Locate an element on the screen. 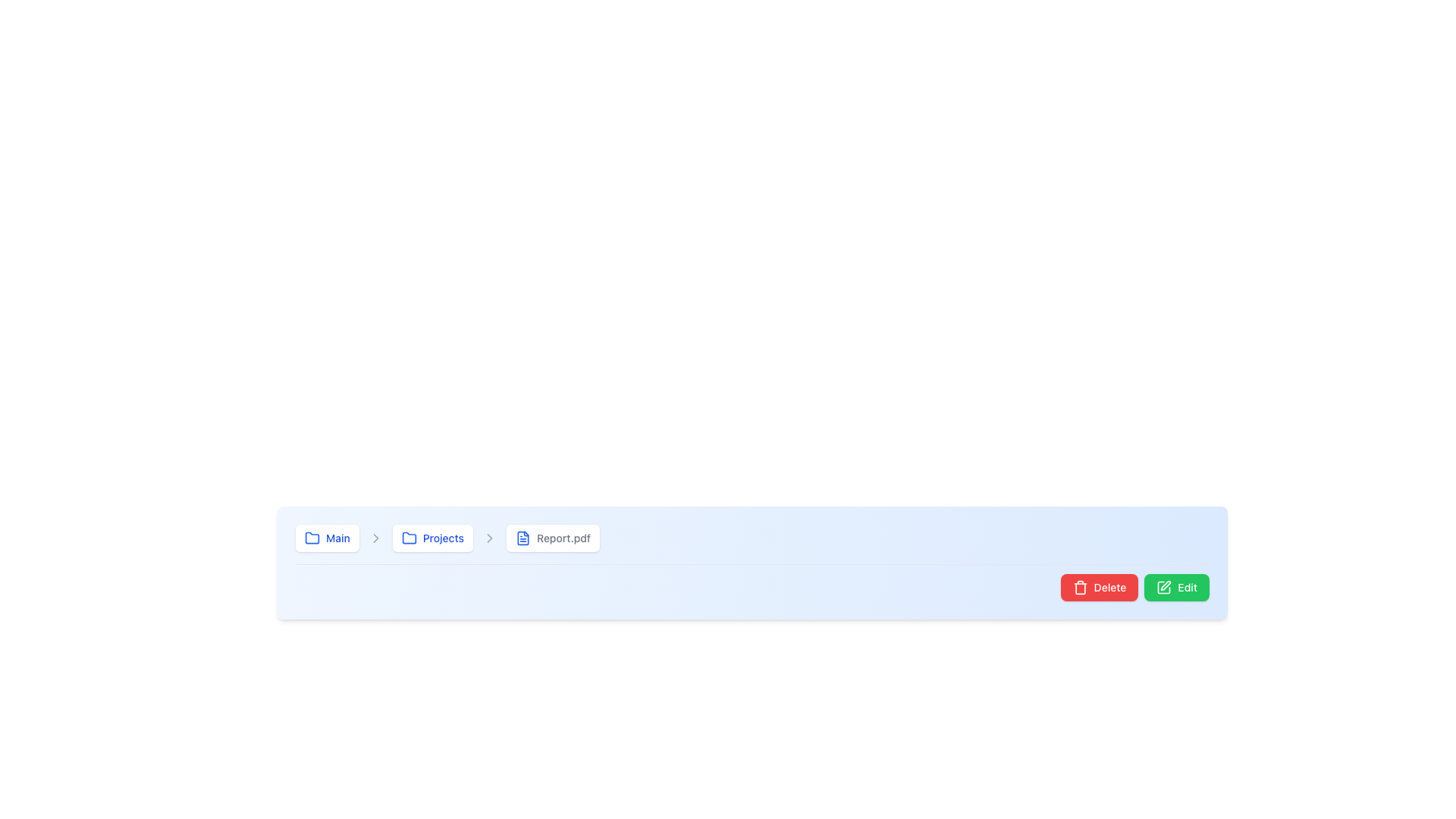 The width and height of the screenshot is (1456, 819). the folder icon representing the 'Projects' directory in the breadcrumb navigation interface is located at coordinates (409, 537).